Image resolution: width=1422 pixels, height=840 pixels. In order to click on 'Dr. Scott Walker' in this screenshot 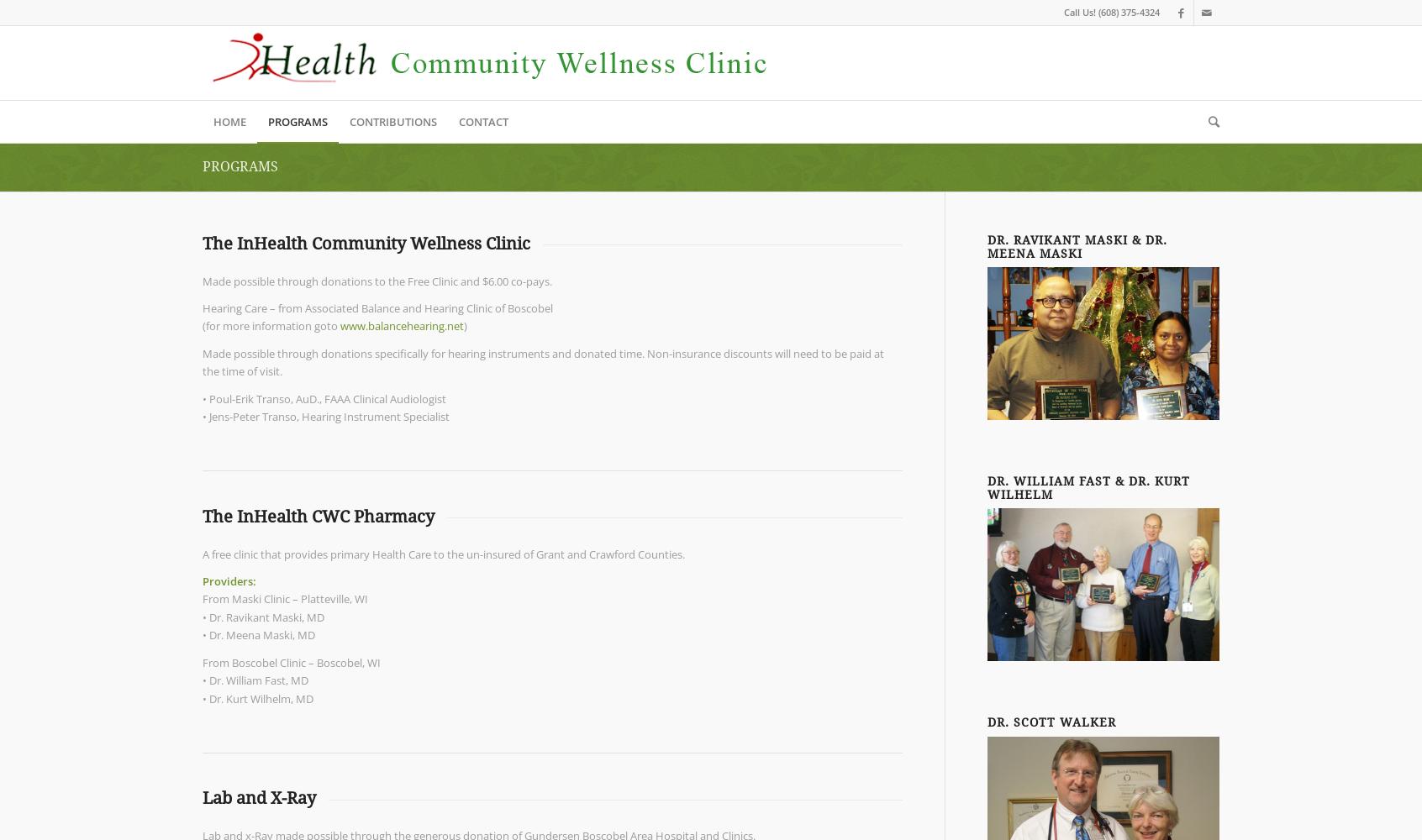, I will do `click(1051, 722)`.